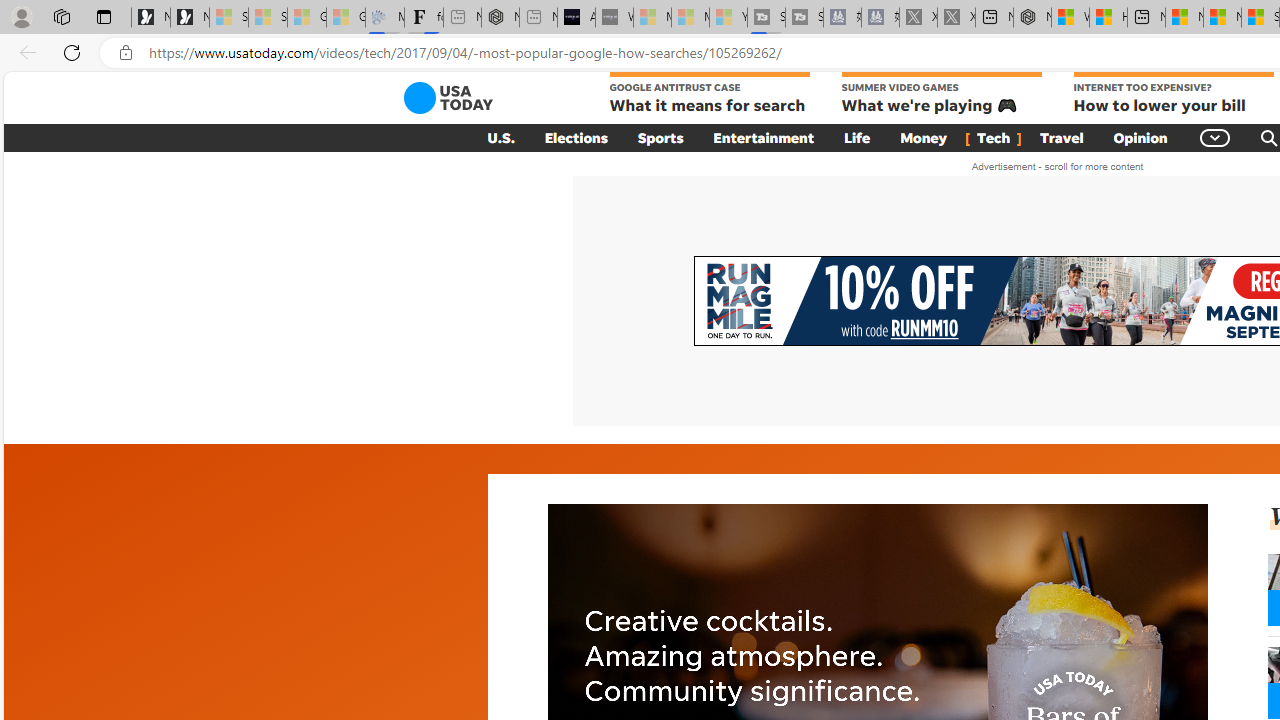 The width and height of the screenshot is (1280, 720). What do you see at coordinates (614, 17) in the screenshot?
I see `'What'` at bounding box center [614, 17].